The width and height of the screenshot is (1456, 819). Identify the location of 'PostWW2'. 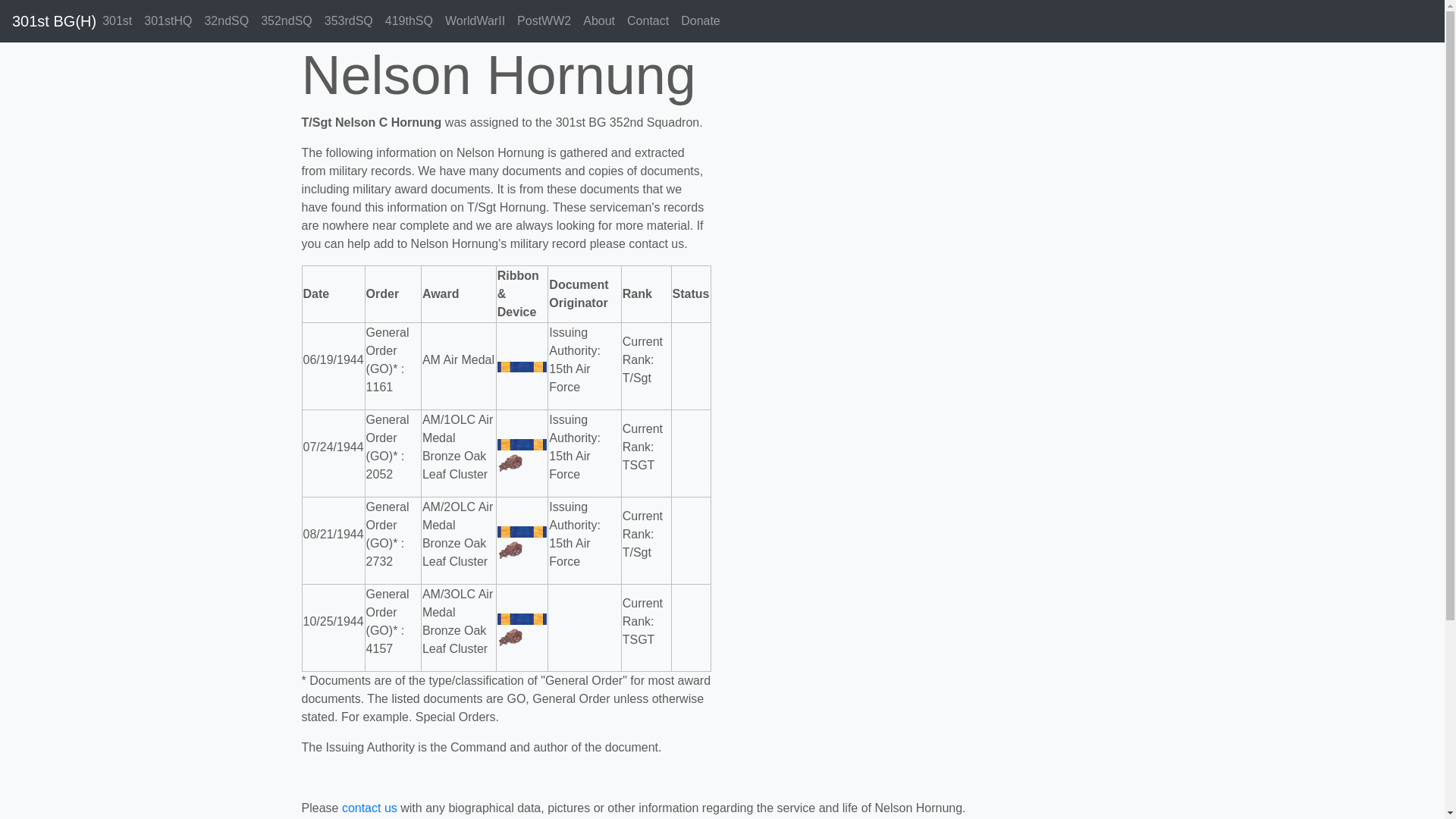
(544, 20).